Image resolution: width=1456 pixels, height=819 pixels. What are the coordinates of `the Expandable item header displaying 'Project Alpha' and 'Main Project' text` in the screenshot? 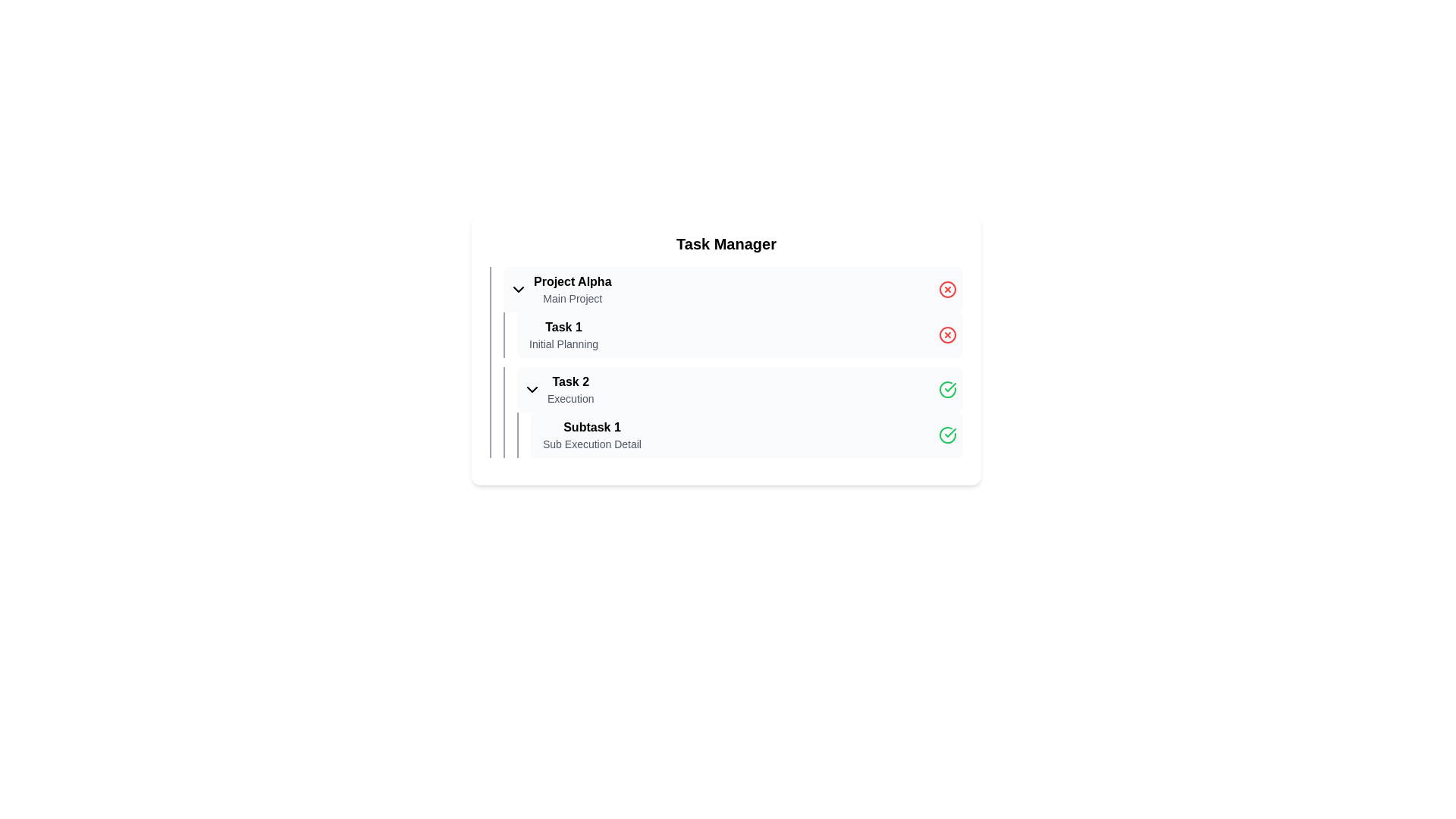 It's located at (560, 289).